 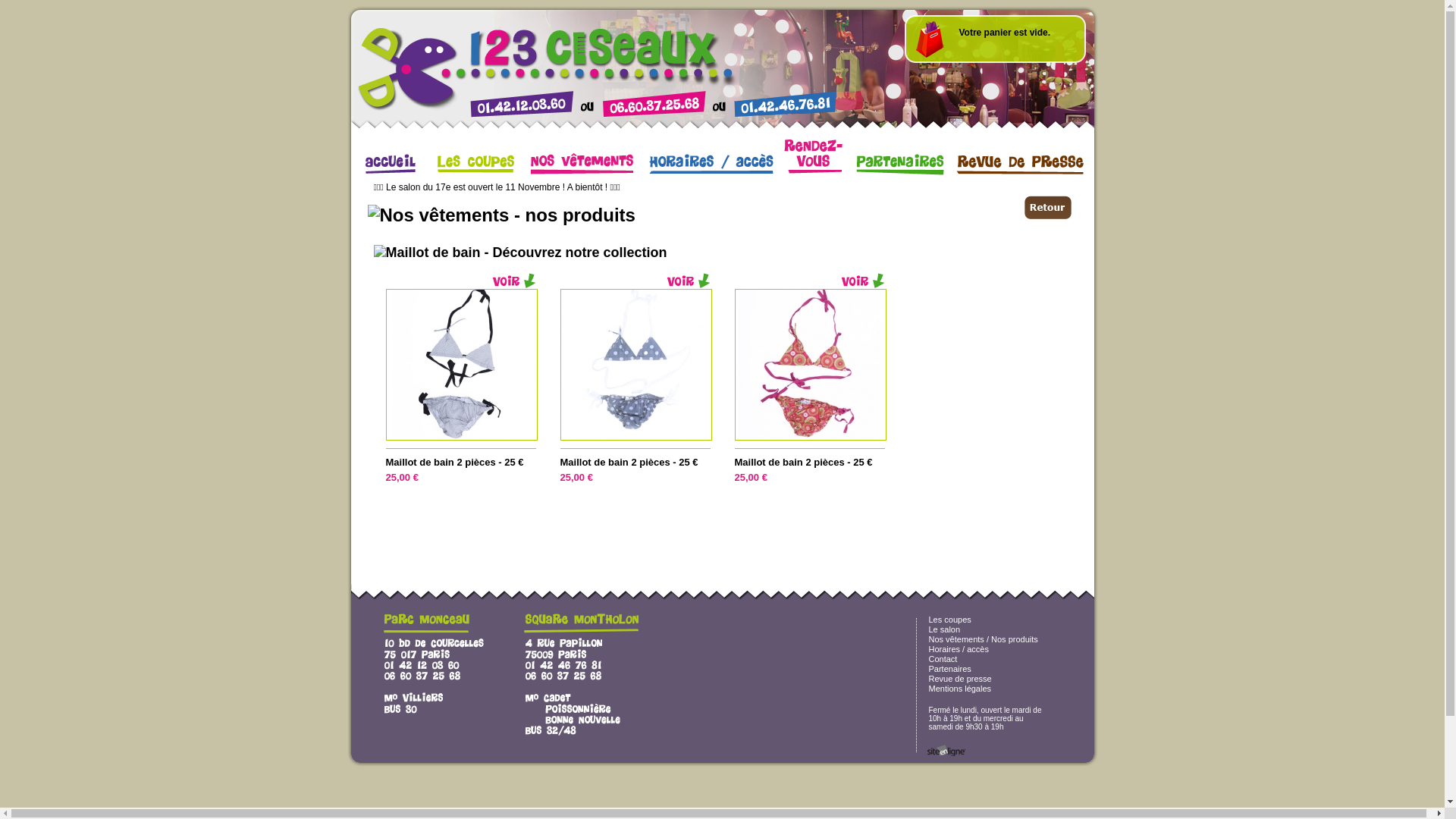 I want to click on 'Contact', so click(x=942, y=657).